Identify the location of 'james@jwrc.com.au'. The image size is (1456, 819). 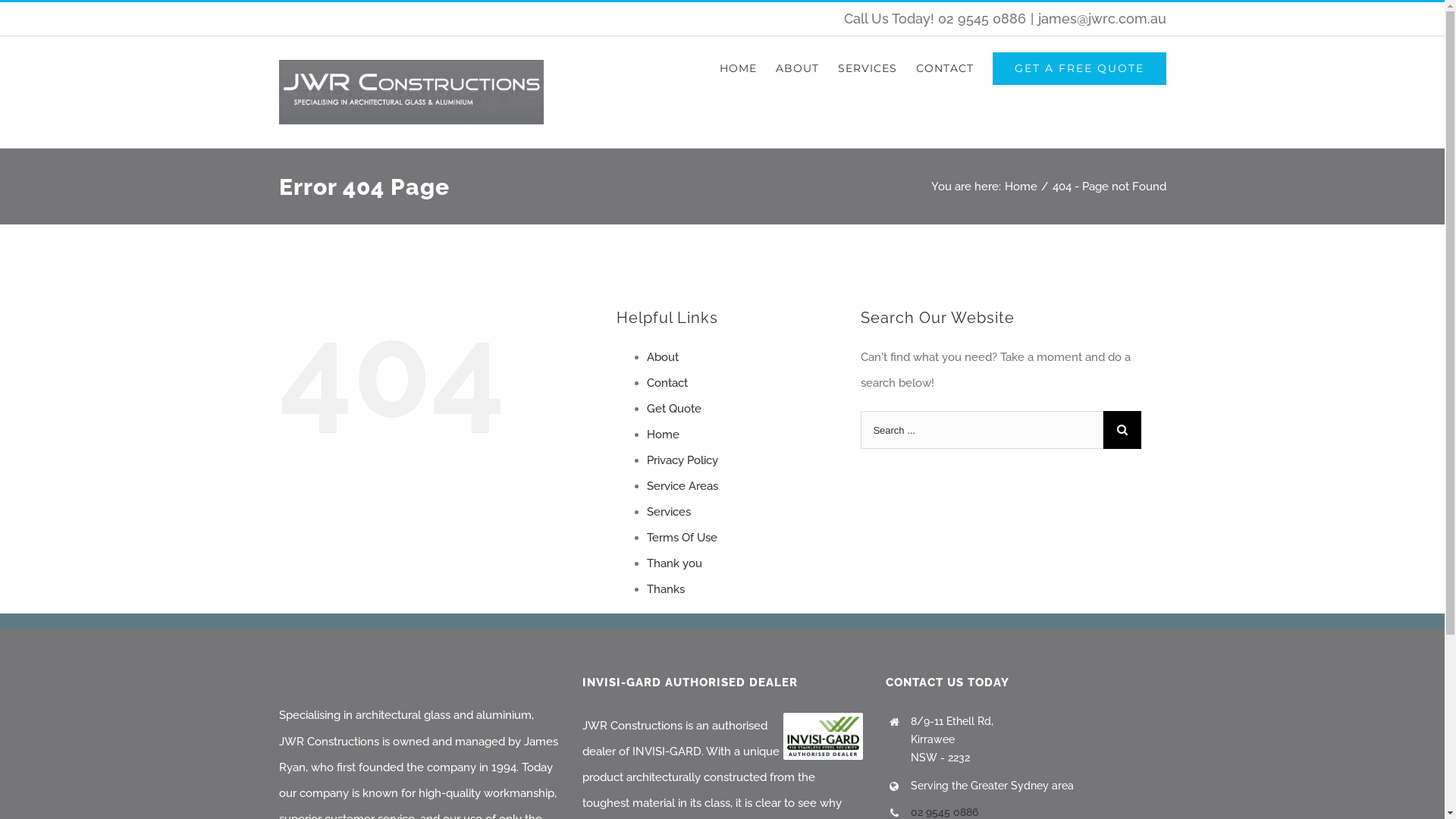
(1101, 18).